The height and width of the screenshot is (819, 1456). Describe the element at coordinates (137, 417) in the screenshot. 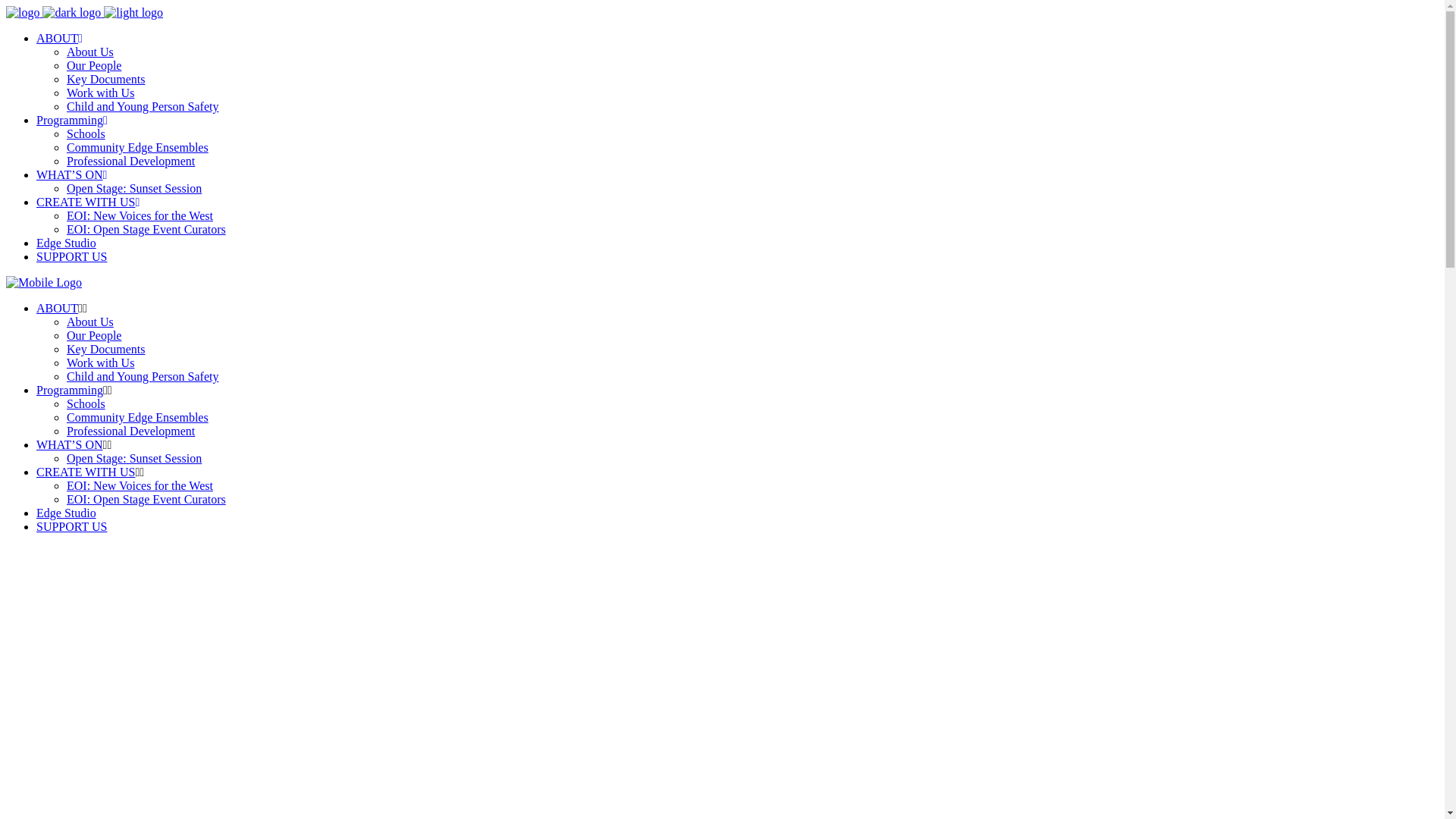

I see `'Community Edge Ensembles'` at that location.